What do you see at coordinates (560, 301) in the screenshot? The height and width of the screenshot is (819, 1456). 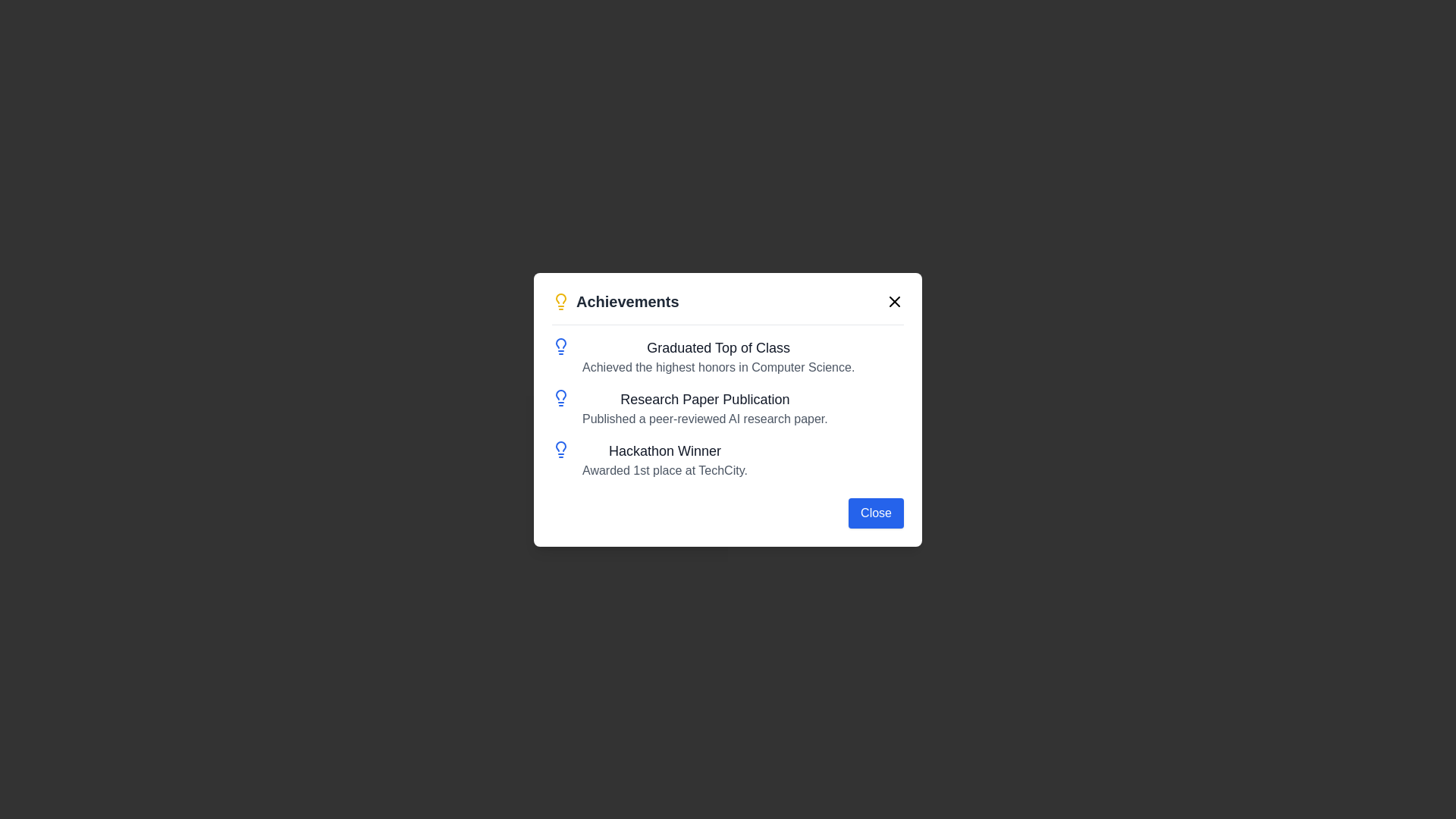 I see `the yellow lightbulb icon, which is styled in a modern flat design and positioned to the left of the 'Achievements' title` at bounding box center [560, 301].